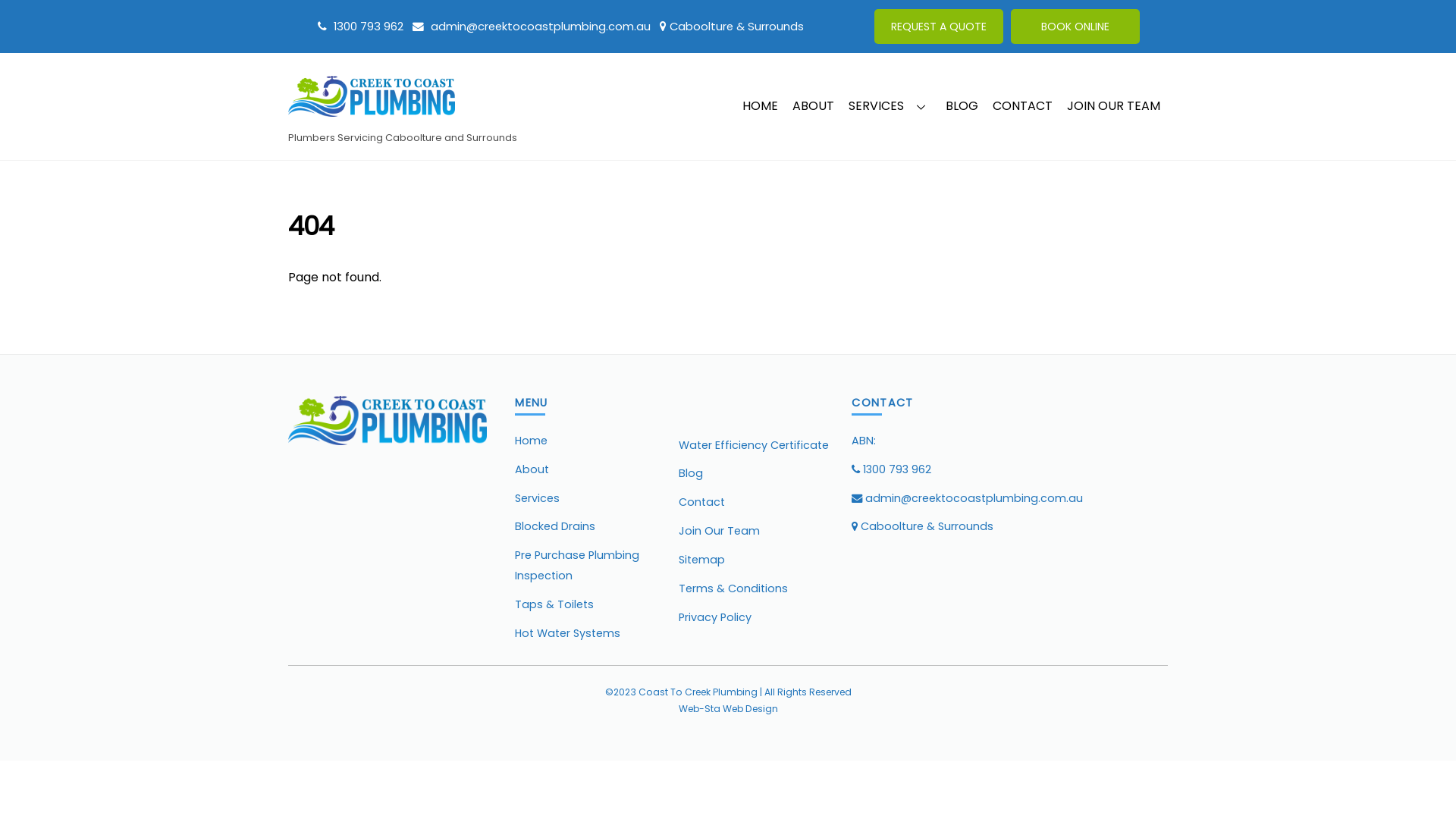 The width and height of the screenshot is (1456, 819). I want to click on 'Blocked Drains', so click(554, 526).